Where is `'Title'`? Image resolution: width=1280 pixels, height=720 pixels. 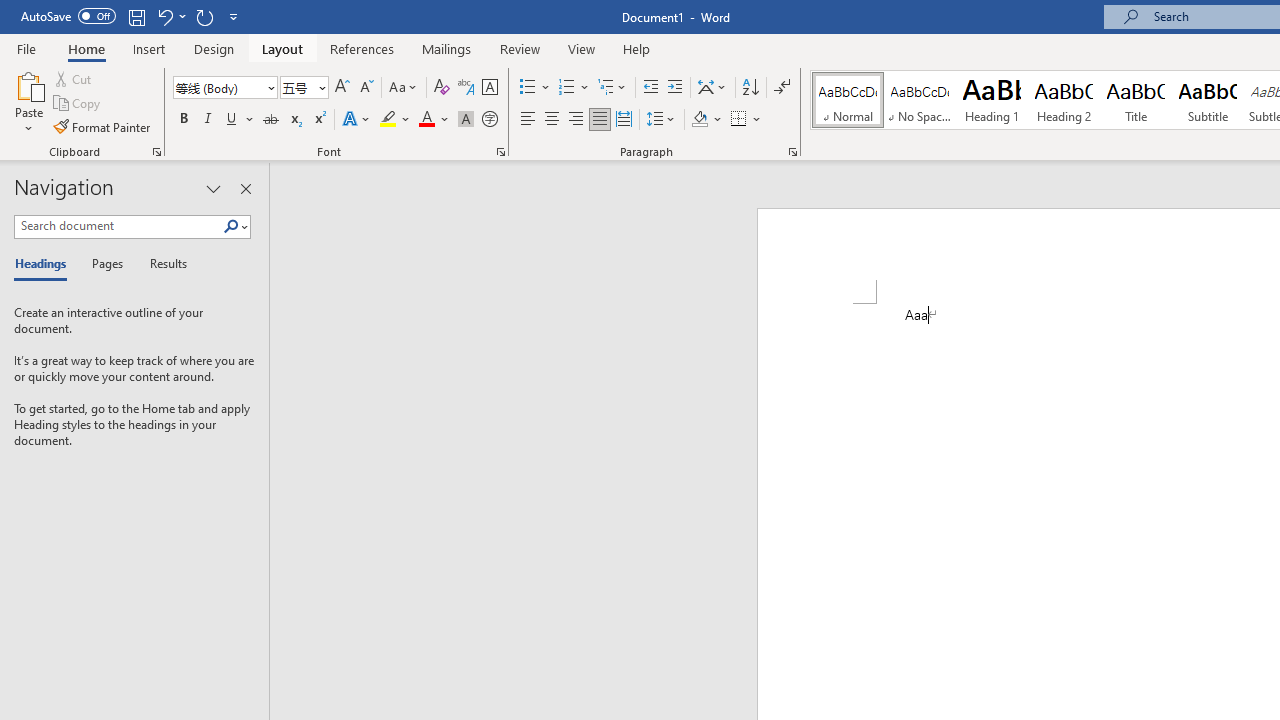
'Title' is located at coordinates (1136, 100).